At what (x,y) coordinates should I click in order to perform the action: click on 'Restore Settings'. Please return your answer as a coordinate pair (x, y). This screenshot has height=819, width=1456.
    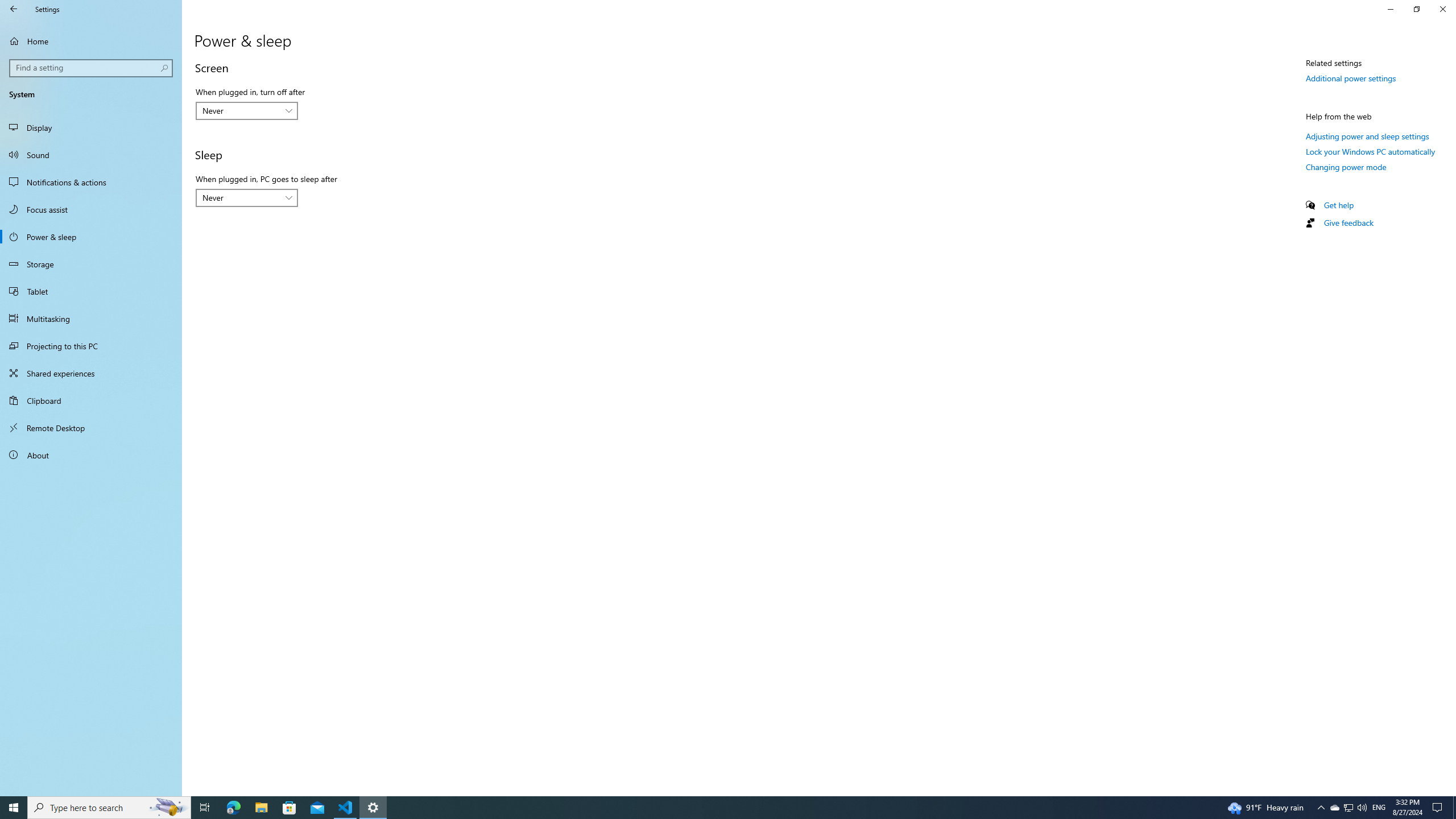
    Looking at the image, I should click on (1416, 9).